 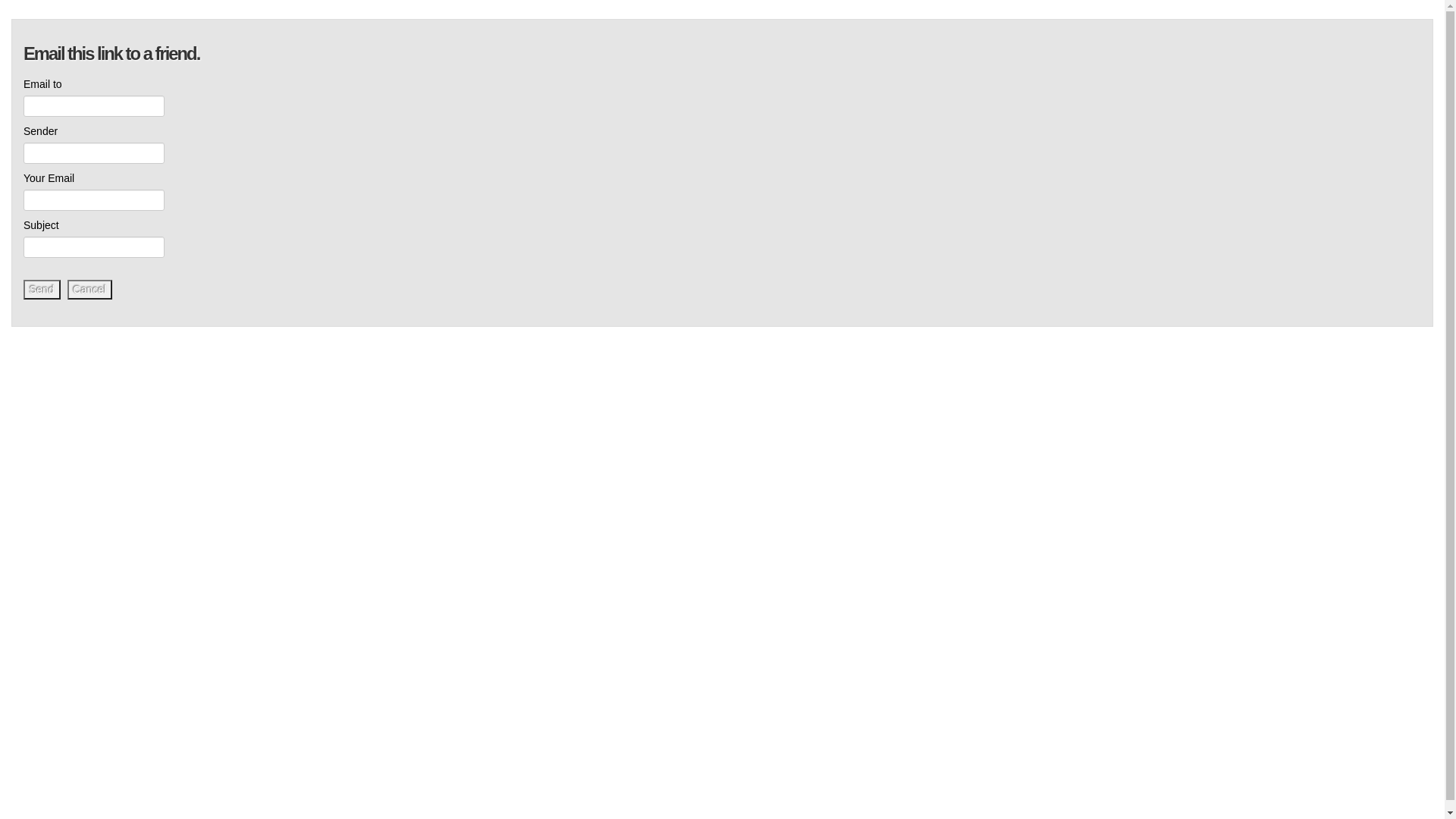 I want to click on 'Cancel', so click(x=89, y=289).